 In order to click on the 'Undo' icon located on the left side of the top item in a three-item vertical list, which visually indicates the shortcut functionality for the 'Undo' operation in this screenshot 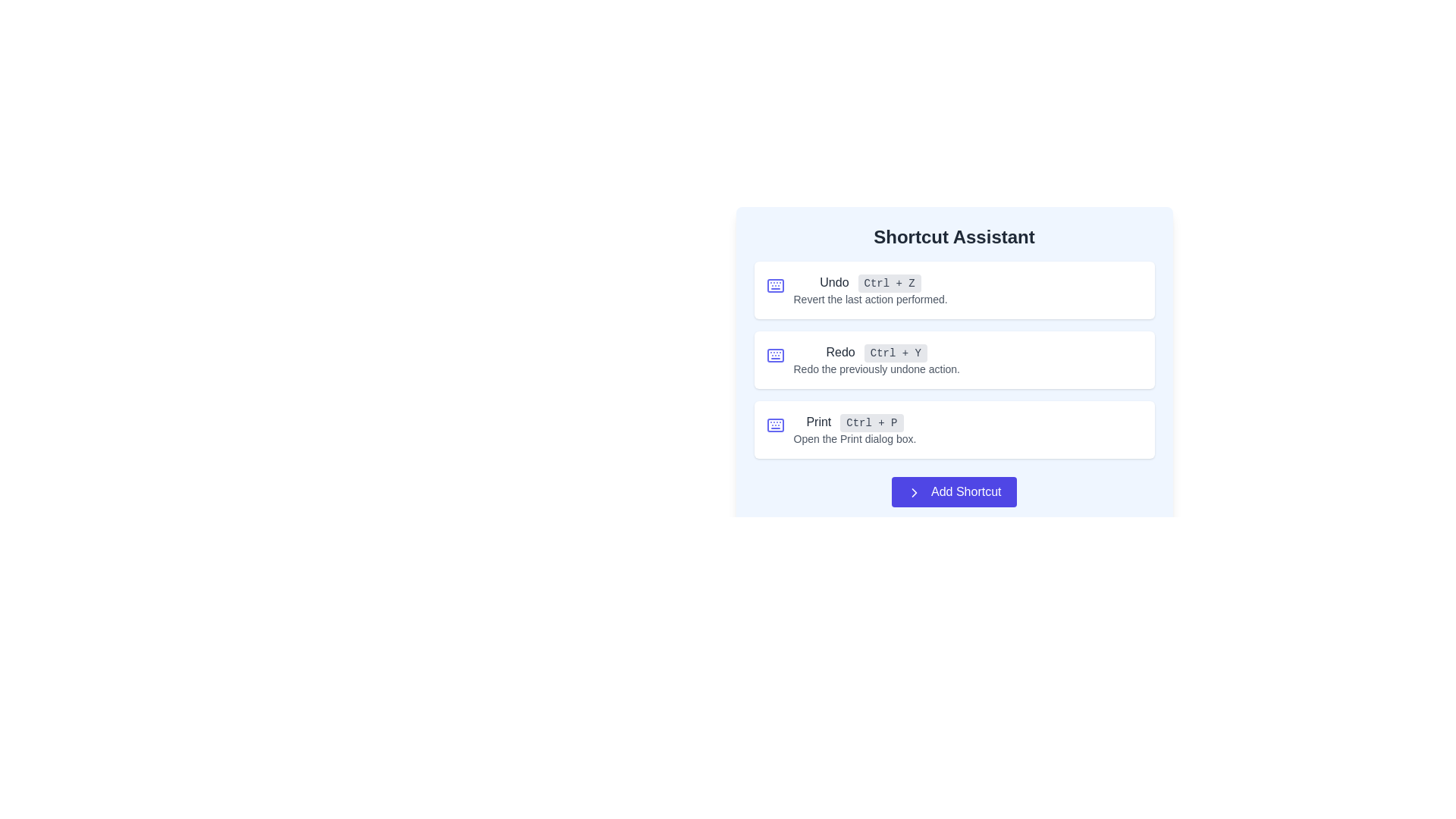, I will do `click(775, 286)`.